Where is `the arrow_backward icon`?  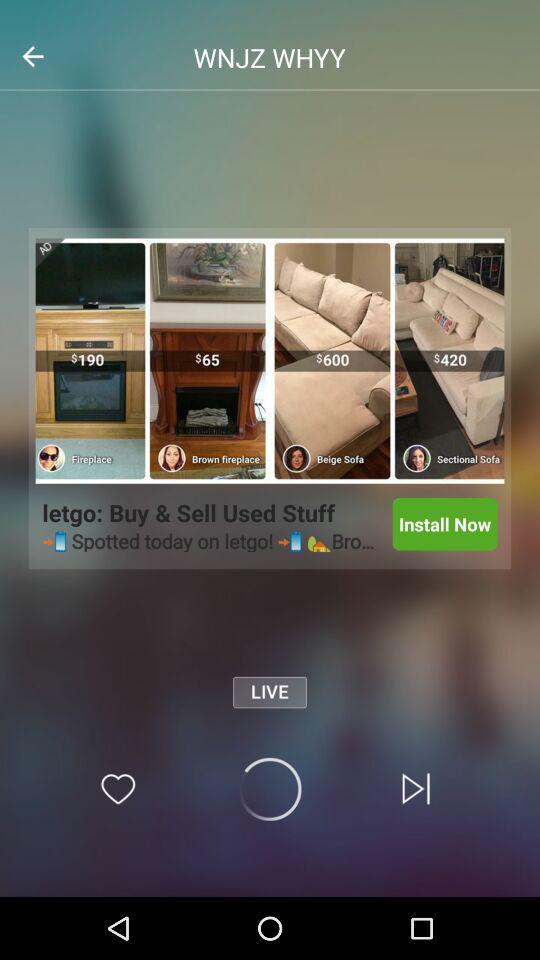 the arrow_backward icon is located at coordinates (31, 55).